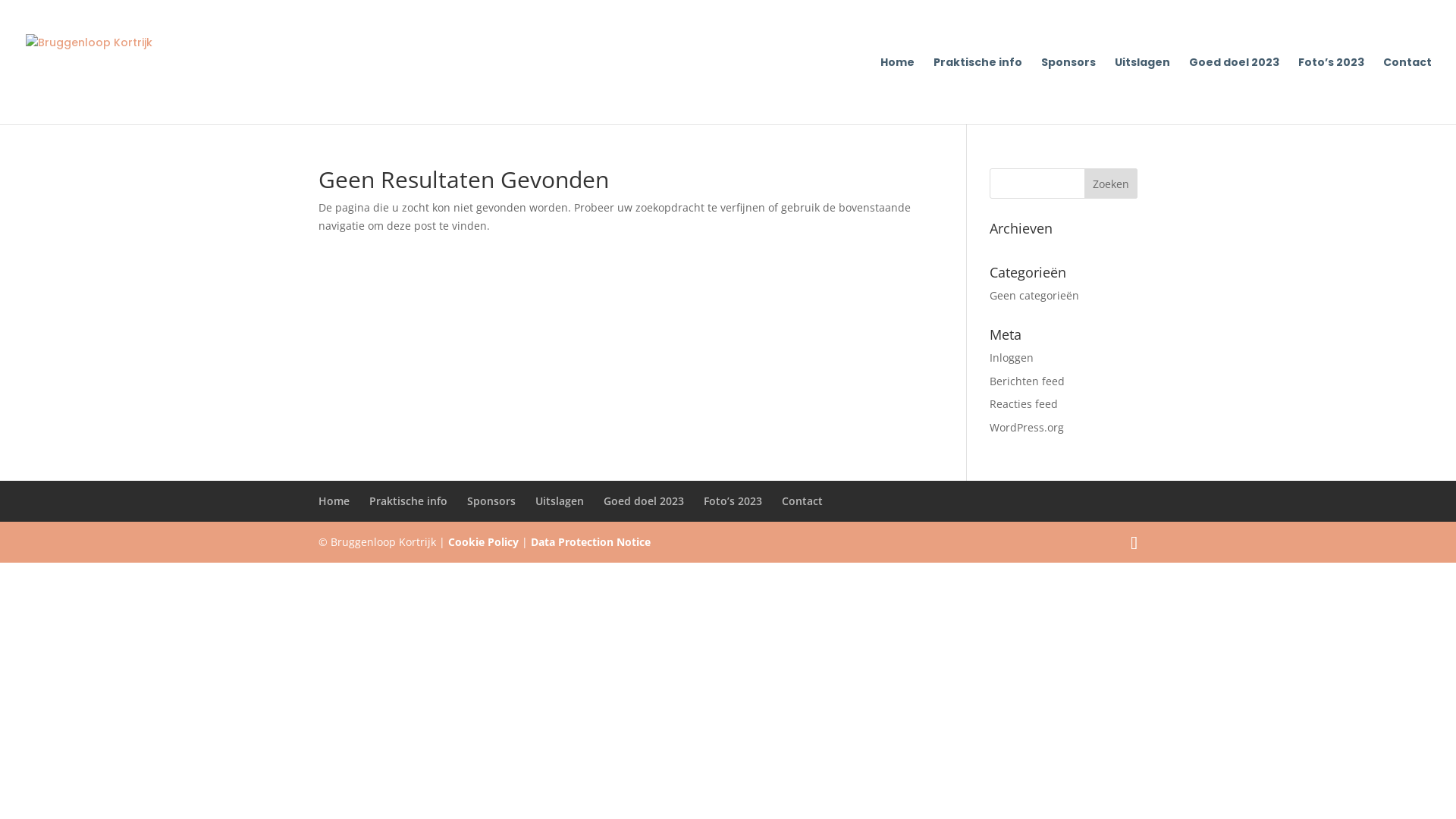  I want to click on 'Berichten feed', so click(1027, 380).